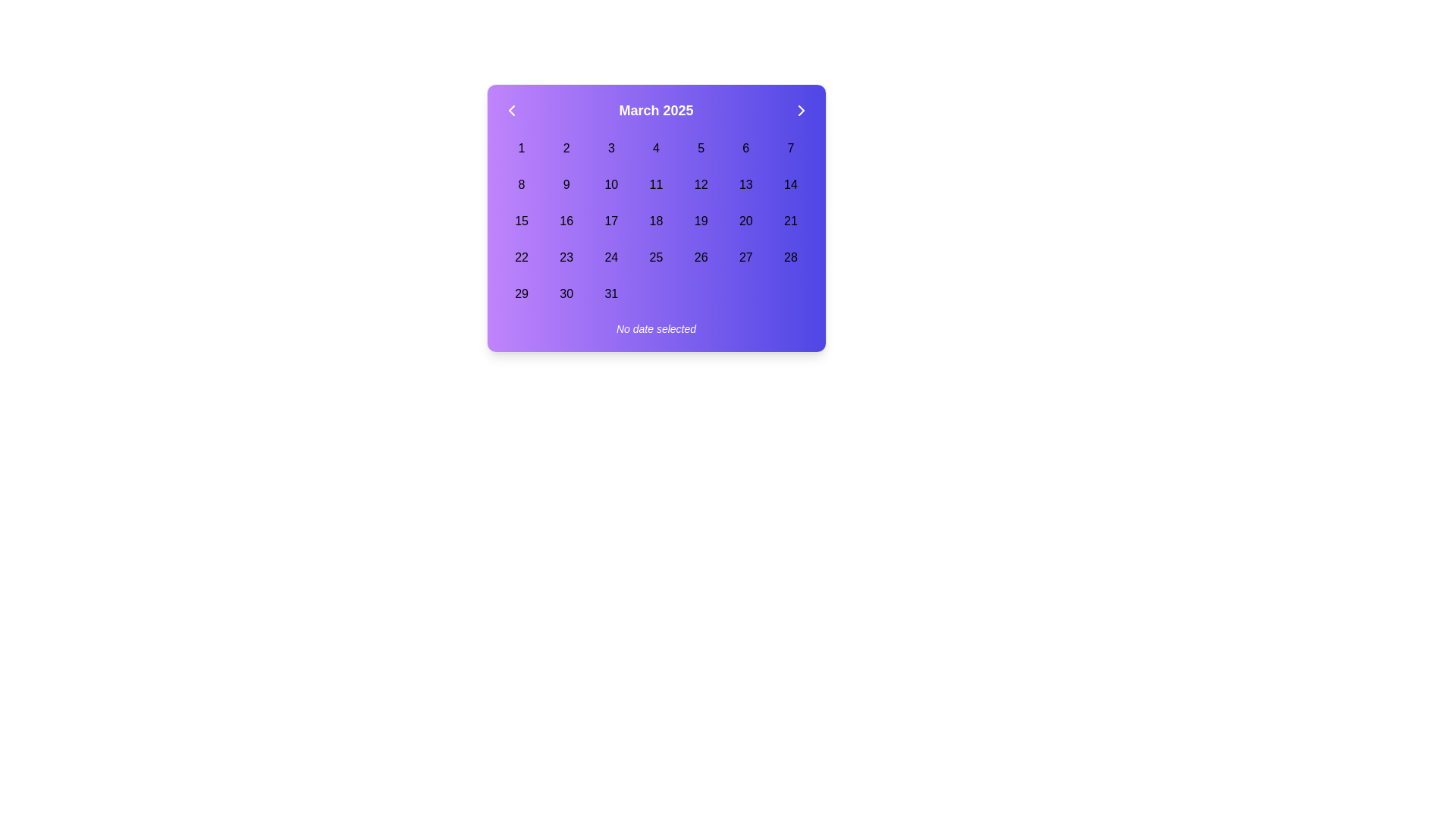 Image resolution: width=1456 pixels, height=819 pixels. Describe the element at coordinates (656, 221) in the screenshot. I see `the button representing the eighteenth day of March 2025 in the calendar interface` at that location.